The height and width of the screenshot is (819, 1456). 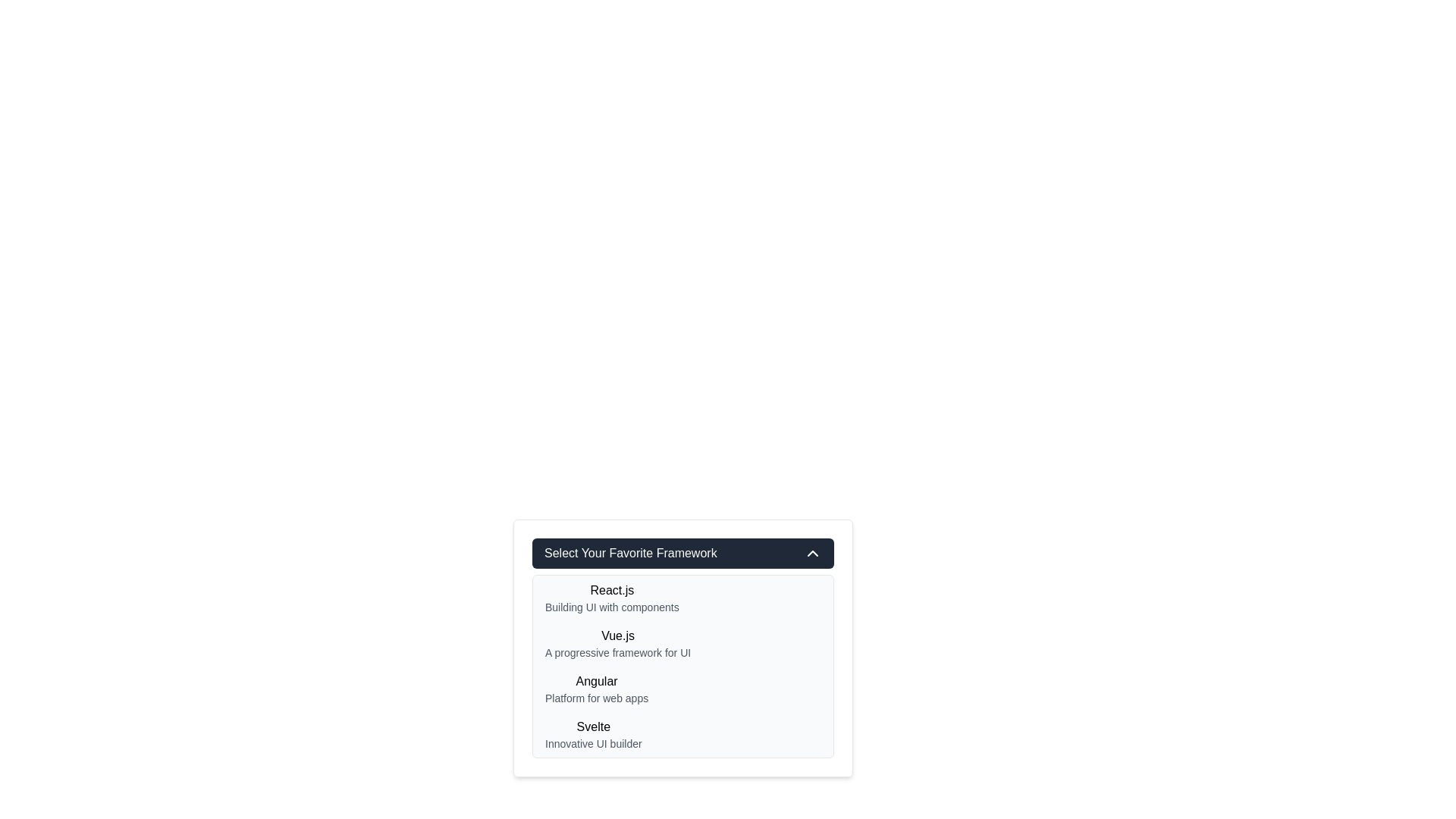 What do you see at coordinates (612, 598) in the screenshot?
I see `the first list item displaying 'React.js' with the subtitle 'Building UI with components' in the dropdown menu for framework options` at bounding box center [612, 598].